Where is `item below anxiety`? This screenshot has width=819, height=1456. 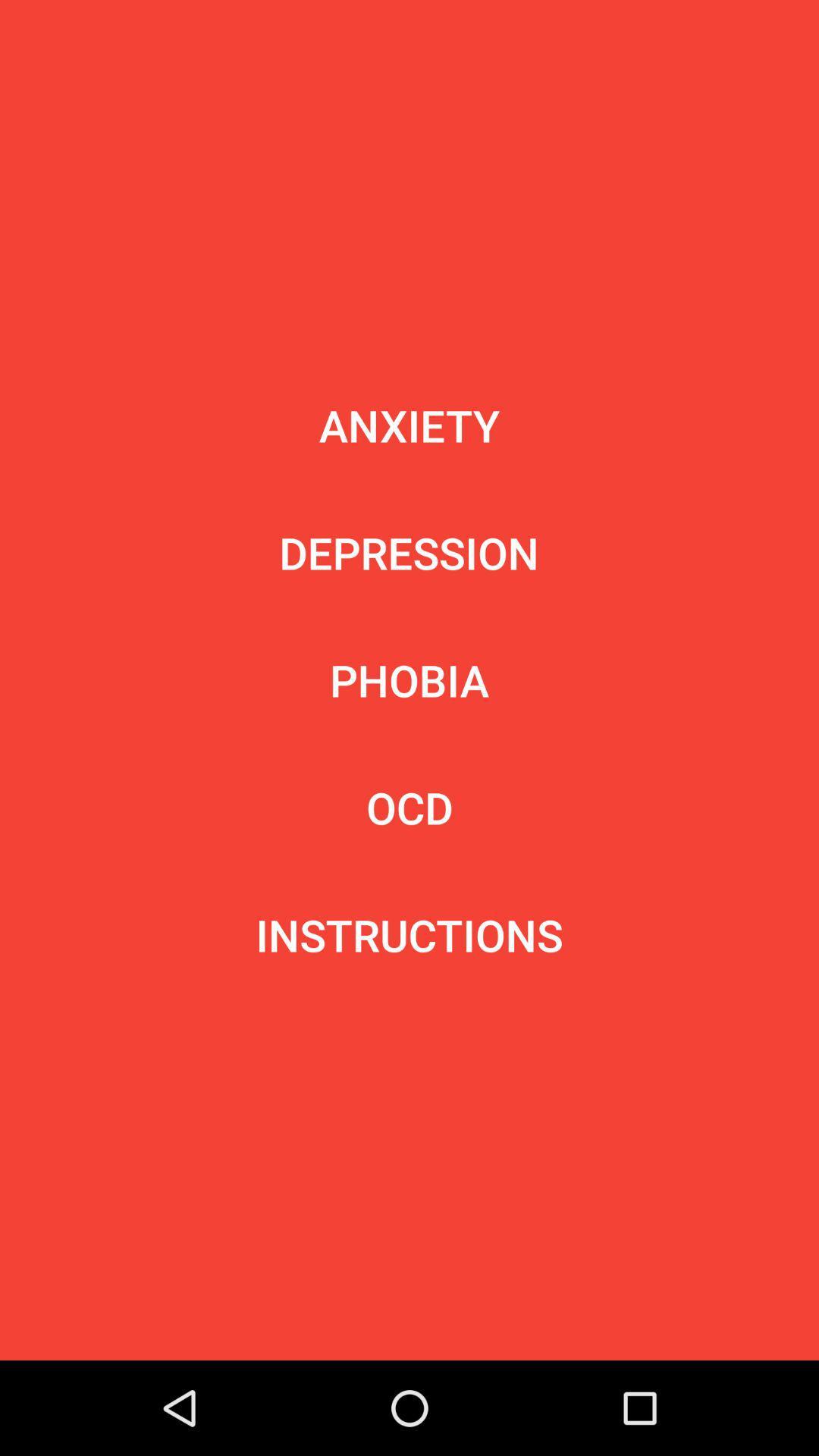 item below anxiety is located at coordinates (408, 552).